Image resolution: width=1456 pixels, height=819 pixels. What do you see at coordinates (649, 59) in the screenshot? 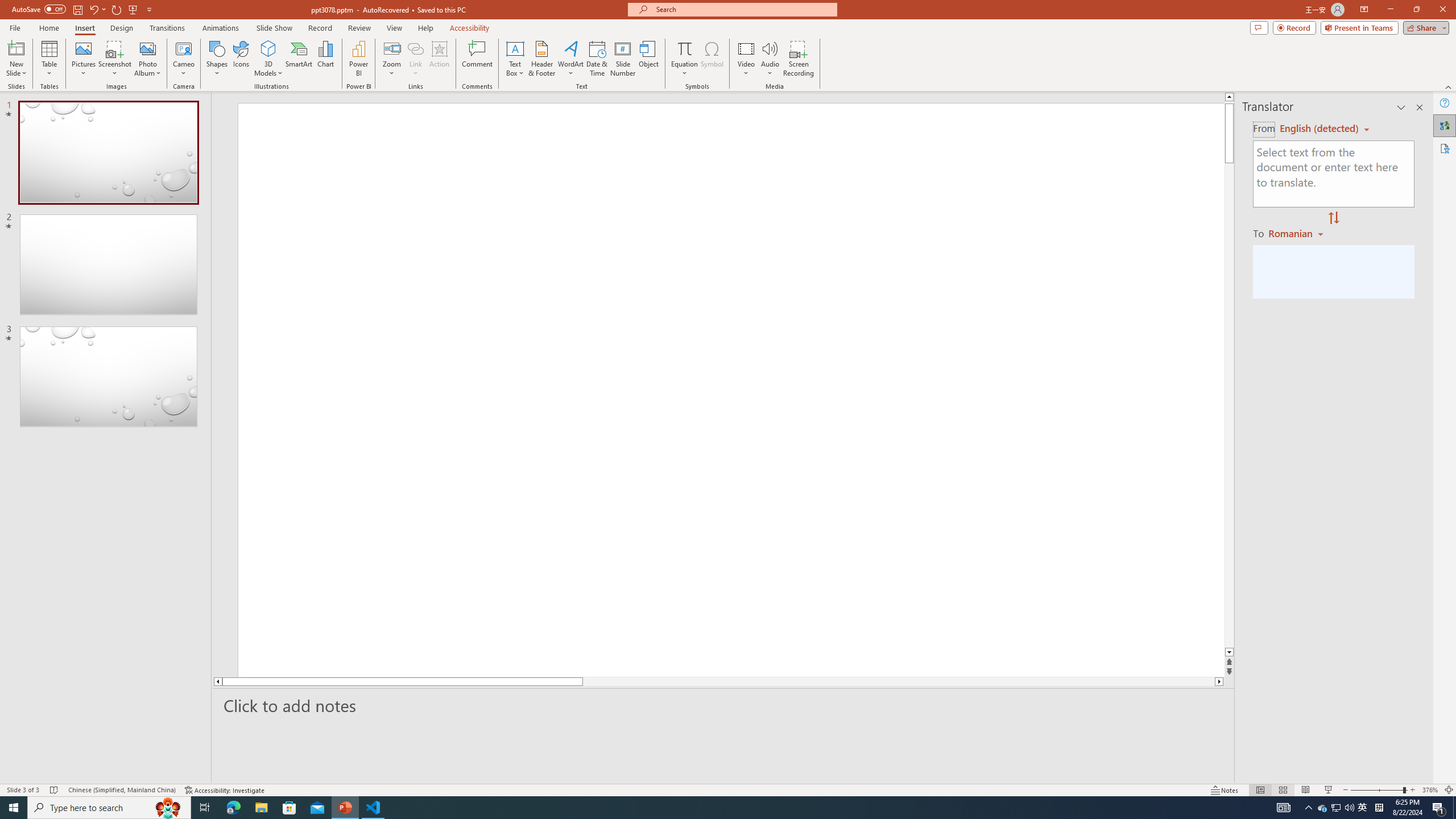
I see `'Object...'` at bounding box center [649, 59].